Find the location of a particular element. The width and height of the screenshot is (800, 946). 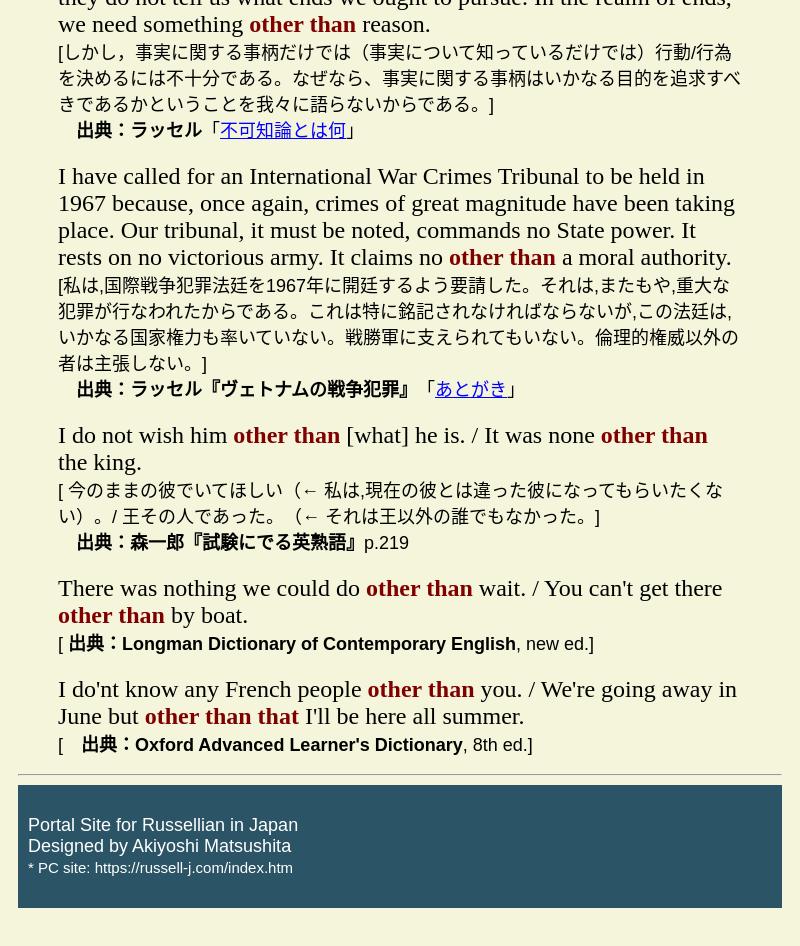

', new ed.]' is located at coordinates (515, 642).